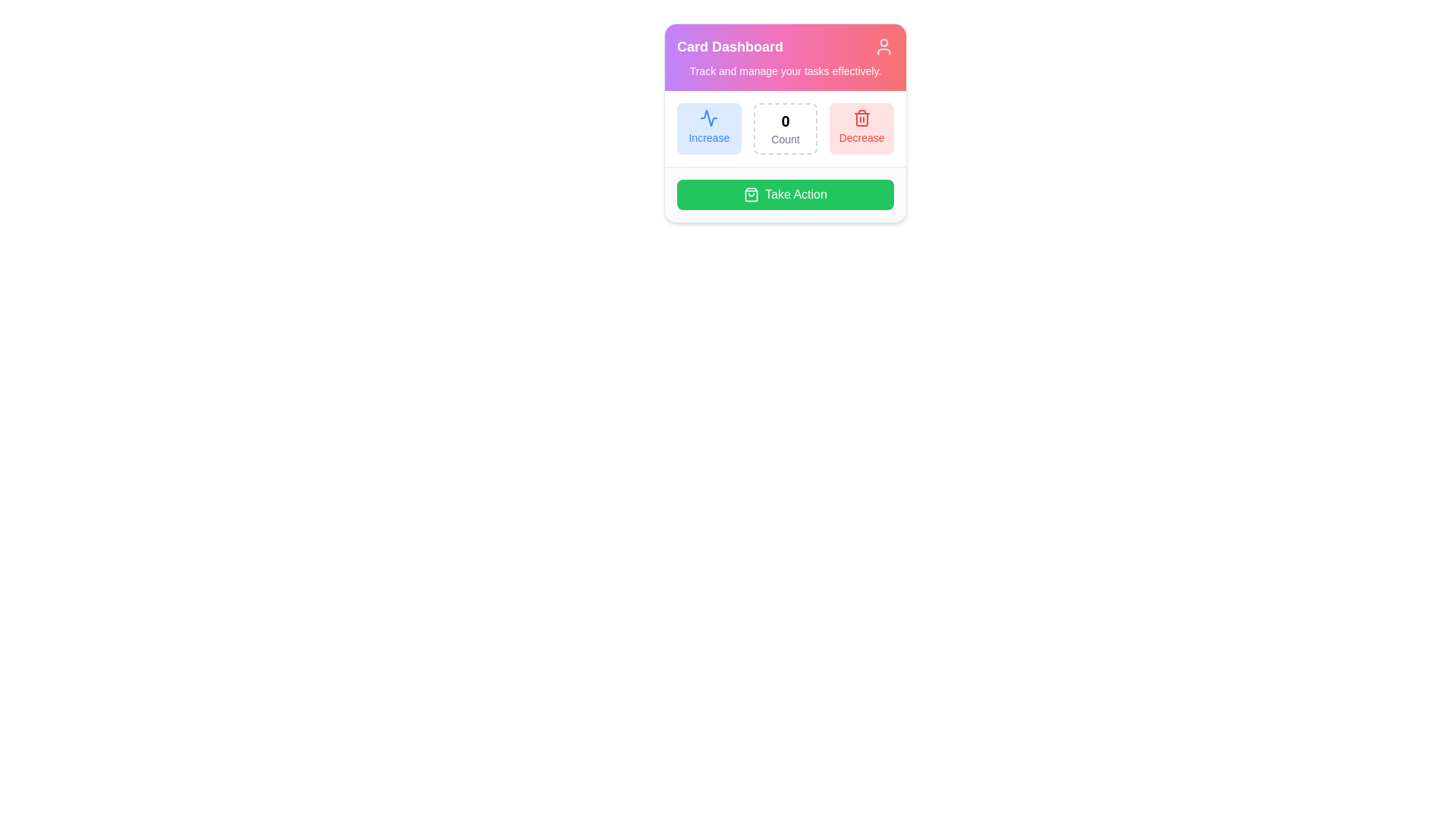 The image size is (1456, 819). I want to click on the orange trash bin icon located in the top right corner of the interface card, so click(861, 119).